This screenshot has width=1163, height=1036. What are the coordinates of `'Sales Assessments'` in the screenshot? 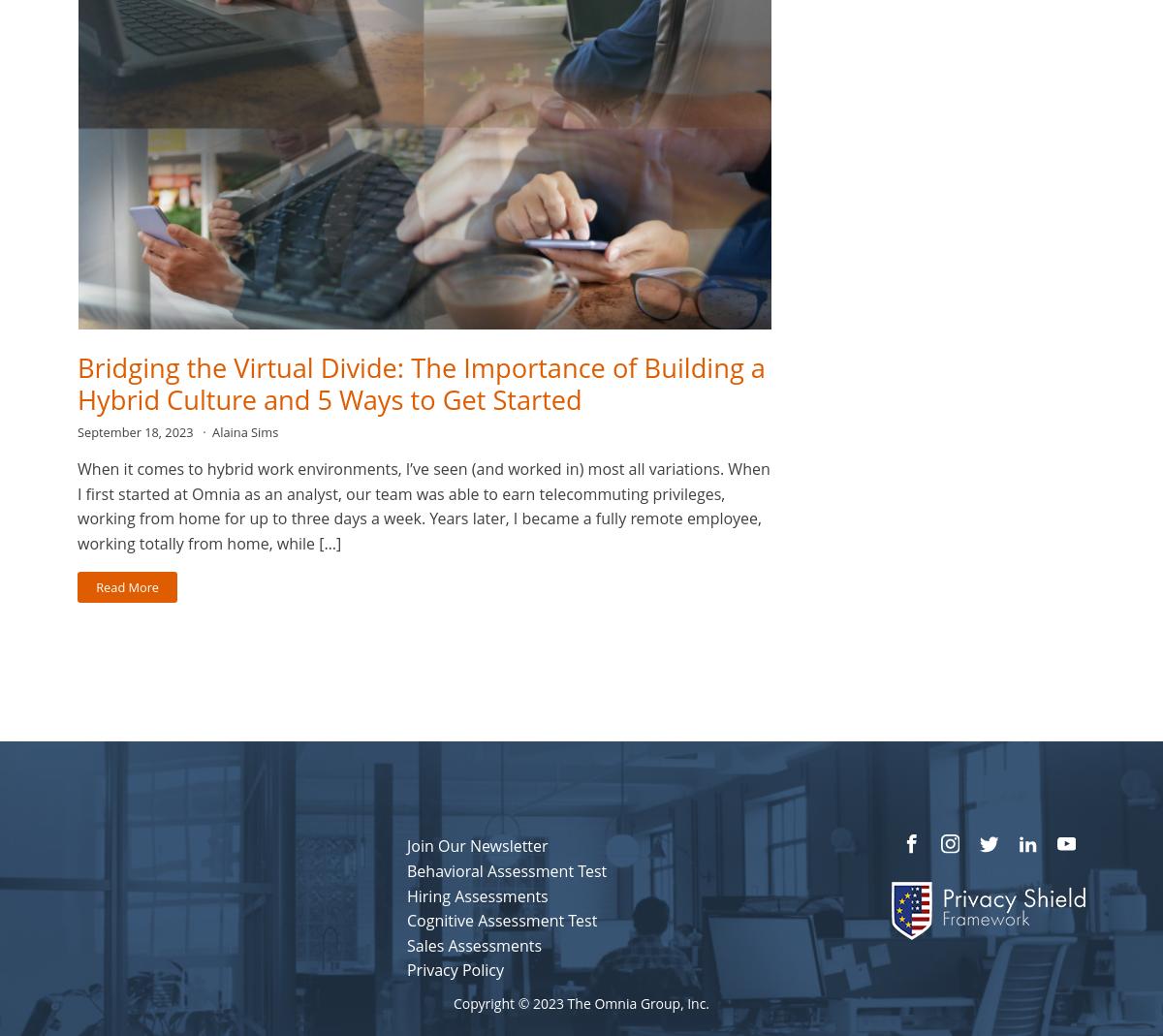 It's located at (472, 945).